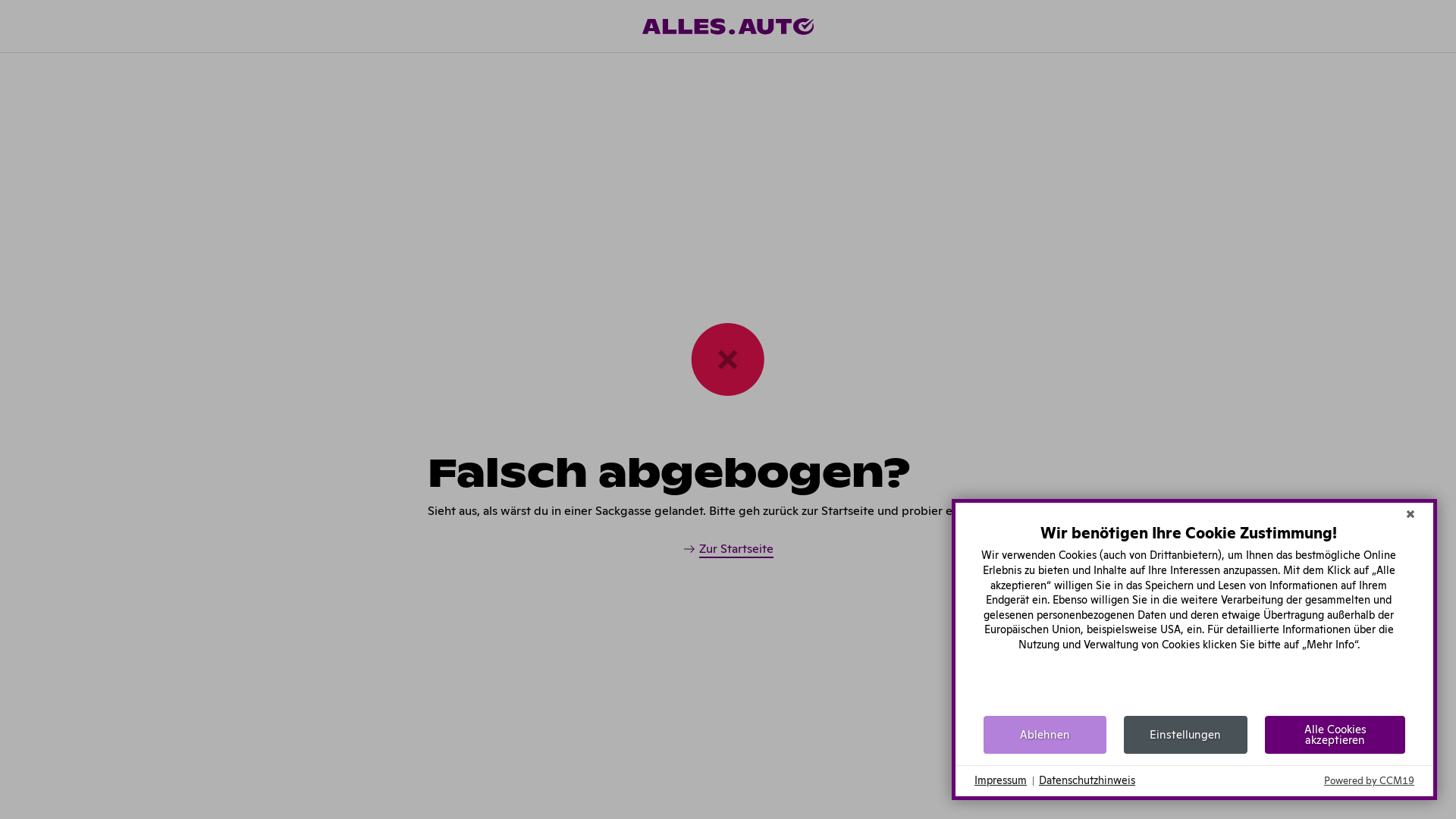  What do you see at coordinates (1398, 513) in the screenshot?
I see `'Close'` at bounding box center [1398, 513].